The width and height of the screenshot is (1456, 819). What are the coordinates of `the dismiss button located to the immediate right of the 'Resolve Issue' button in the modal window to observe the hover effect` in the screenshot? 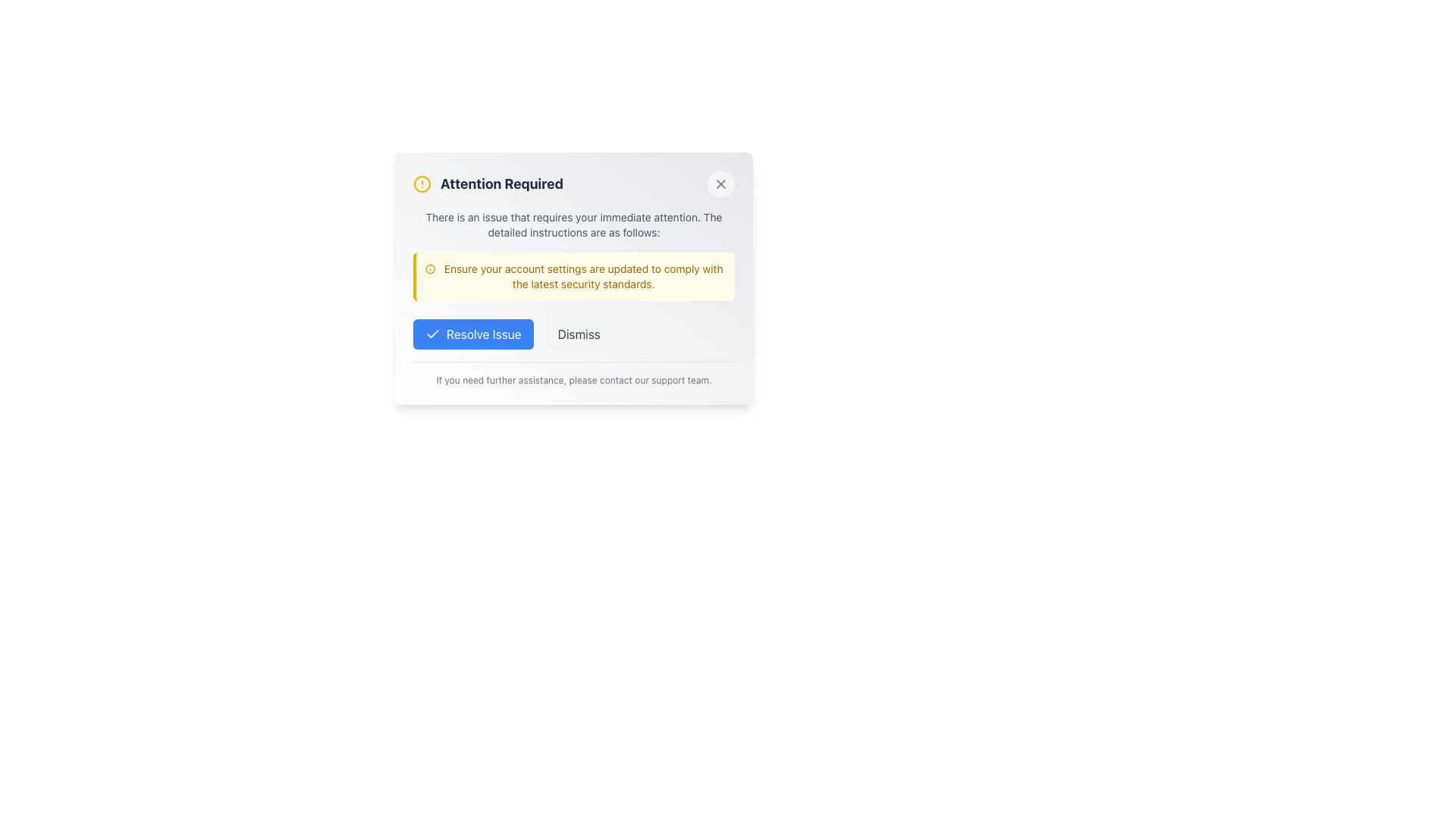 It's located at (578, 333).